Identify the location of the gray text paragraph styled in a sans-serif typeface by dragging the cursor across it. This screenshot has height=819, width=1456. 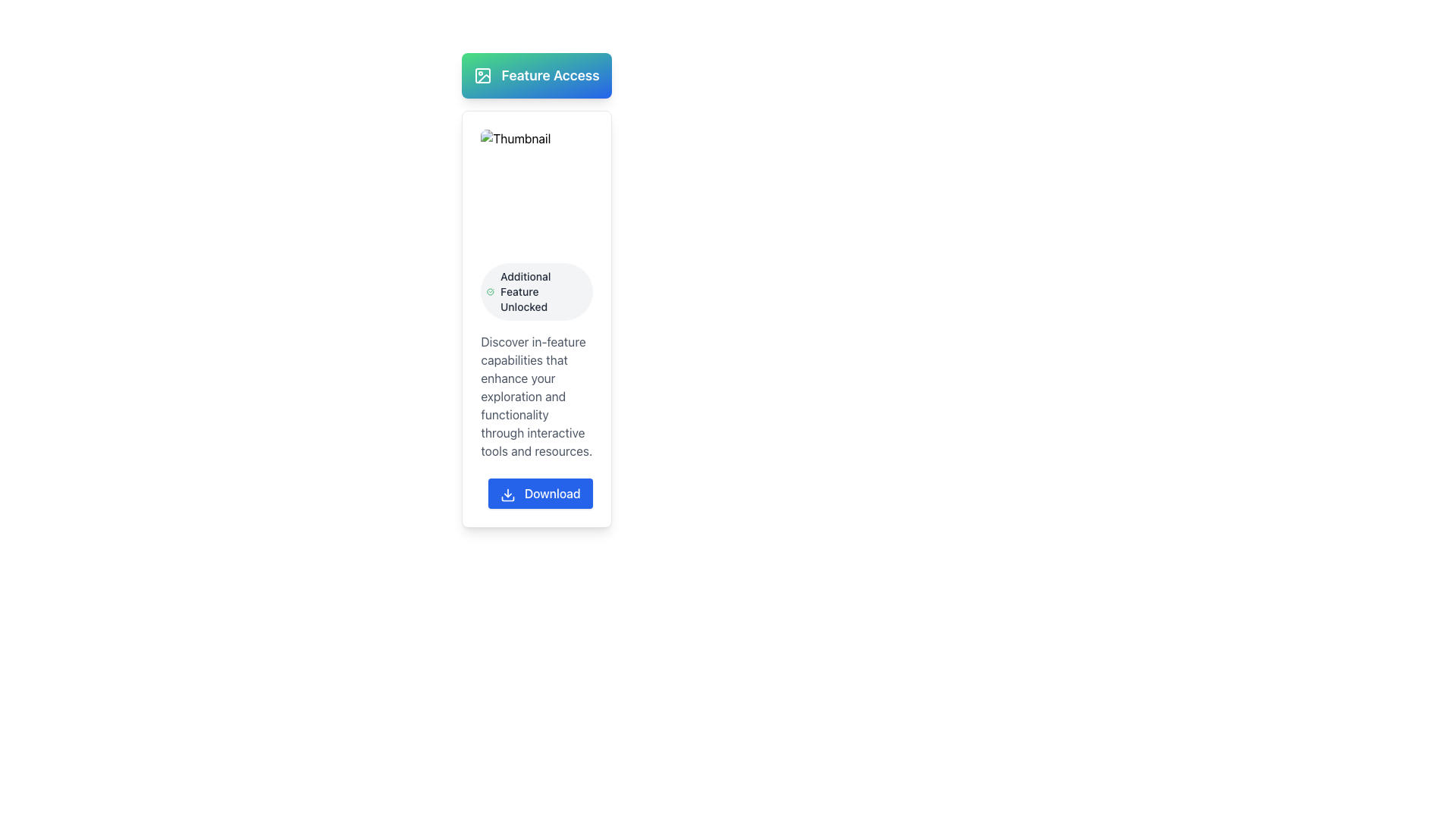
(536, 396).